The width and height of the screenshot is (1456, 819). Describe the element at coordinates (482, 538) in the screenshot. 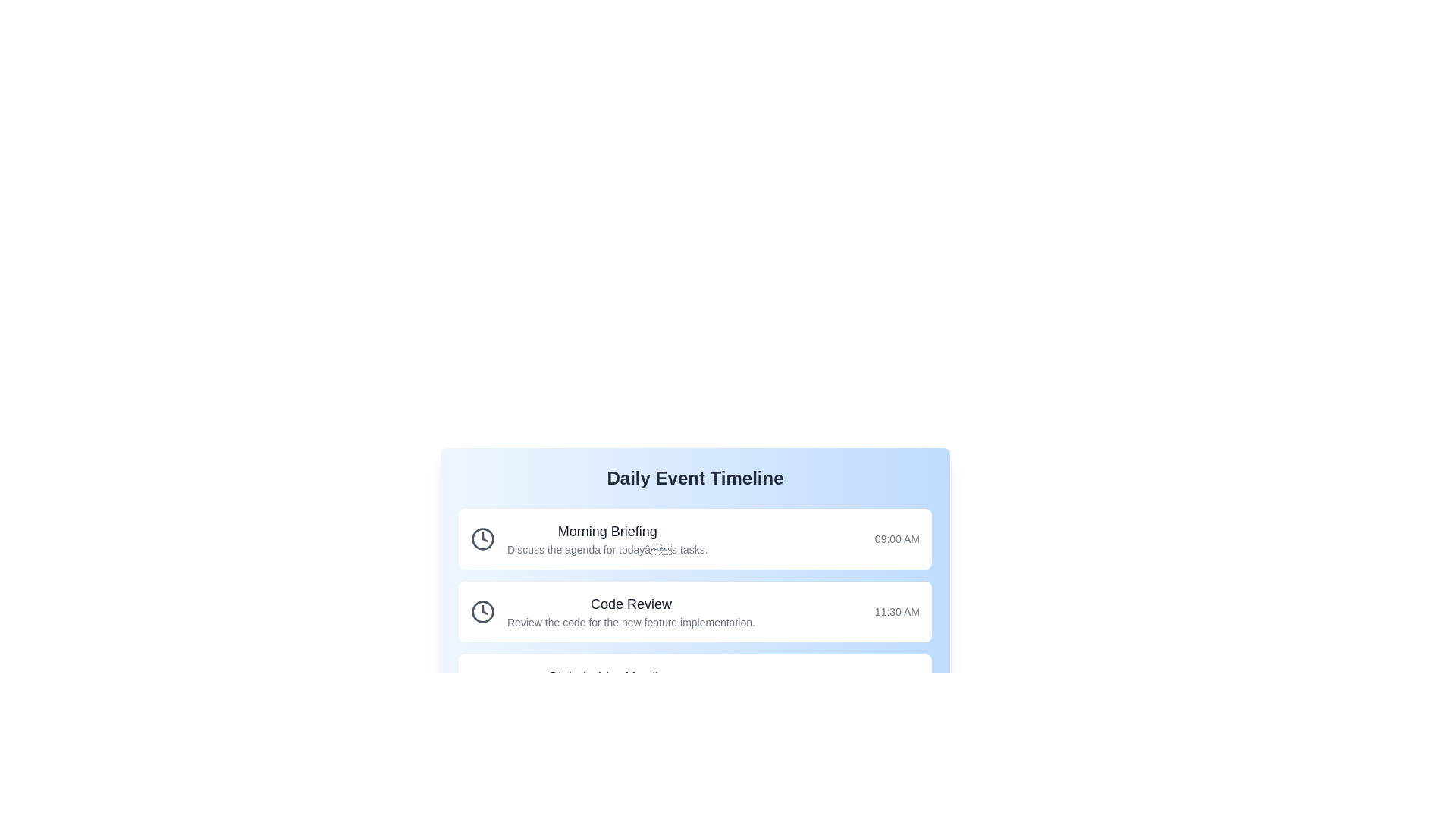

I see `the icon associated with the event titled Morning Briefing` at that location.